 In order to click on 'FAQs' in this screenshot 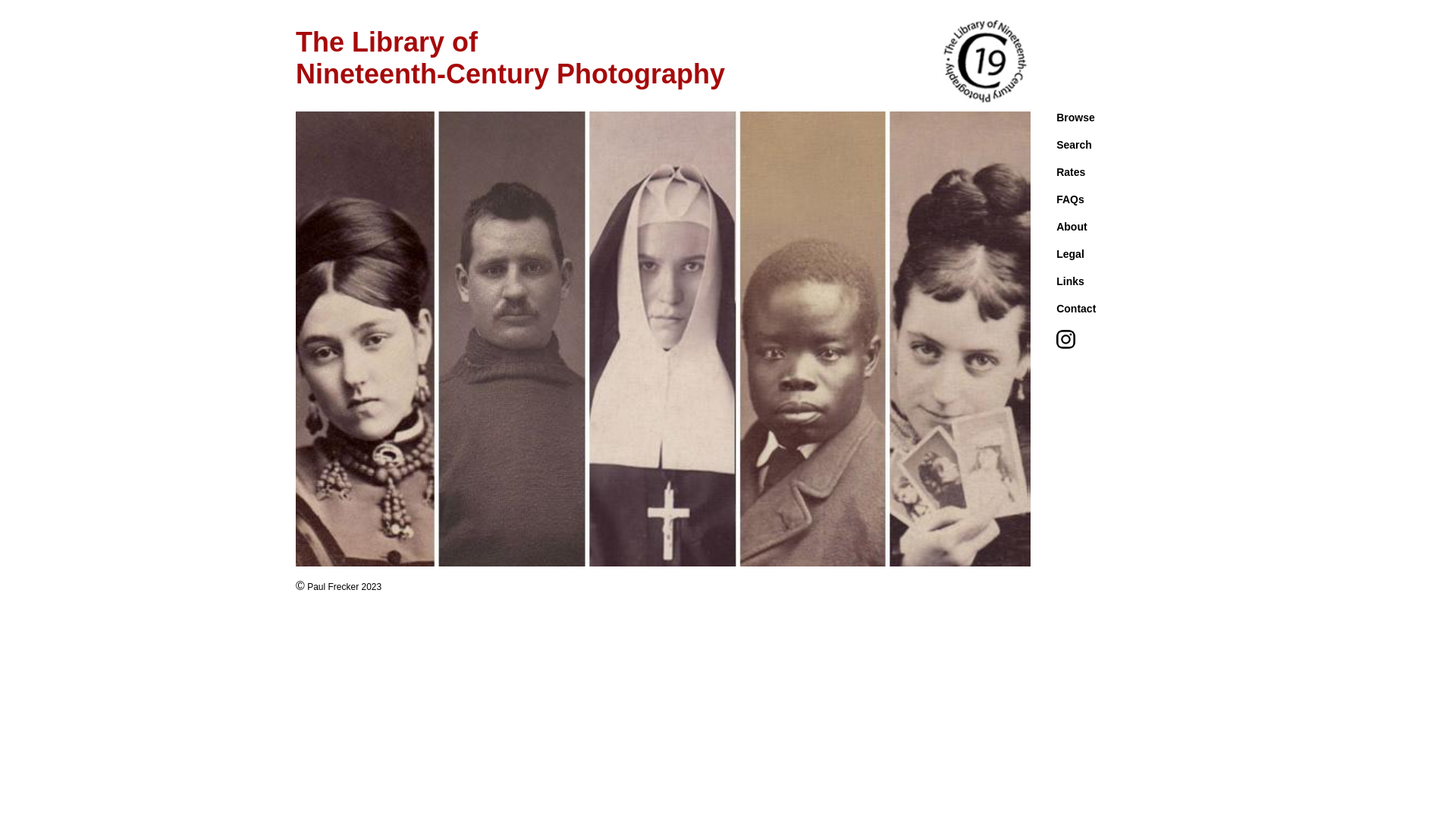, I will do `click(1069, 198)`.